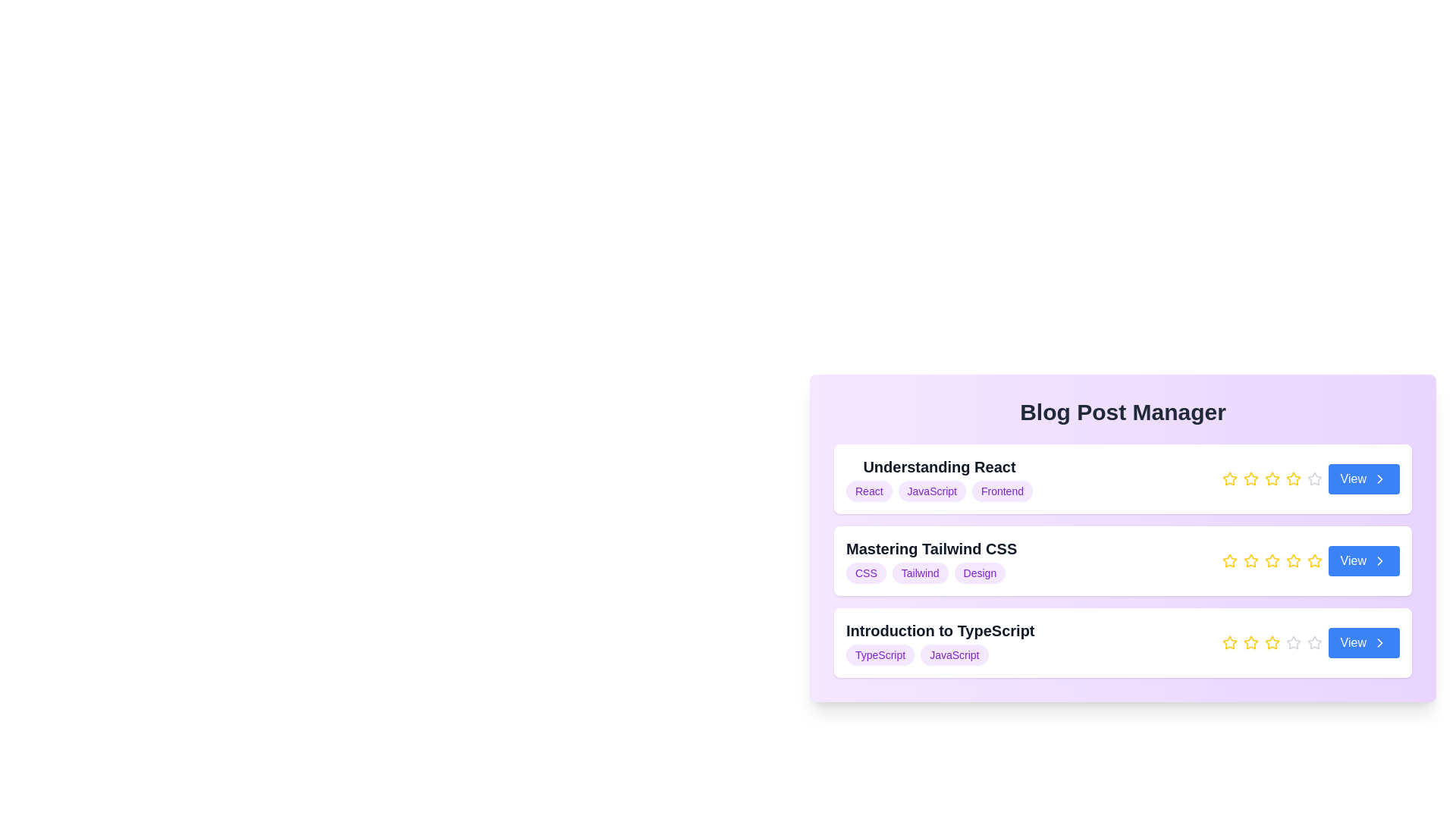  I want to click on the title text at the top of the first card in the grid layout, so click(938, 466).